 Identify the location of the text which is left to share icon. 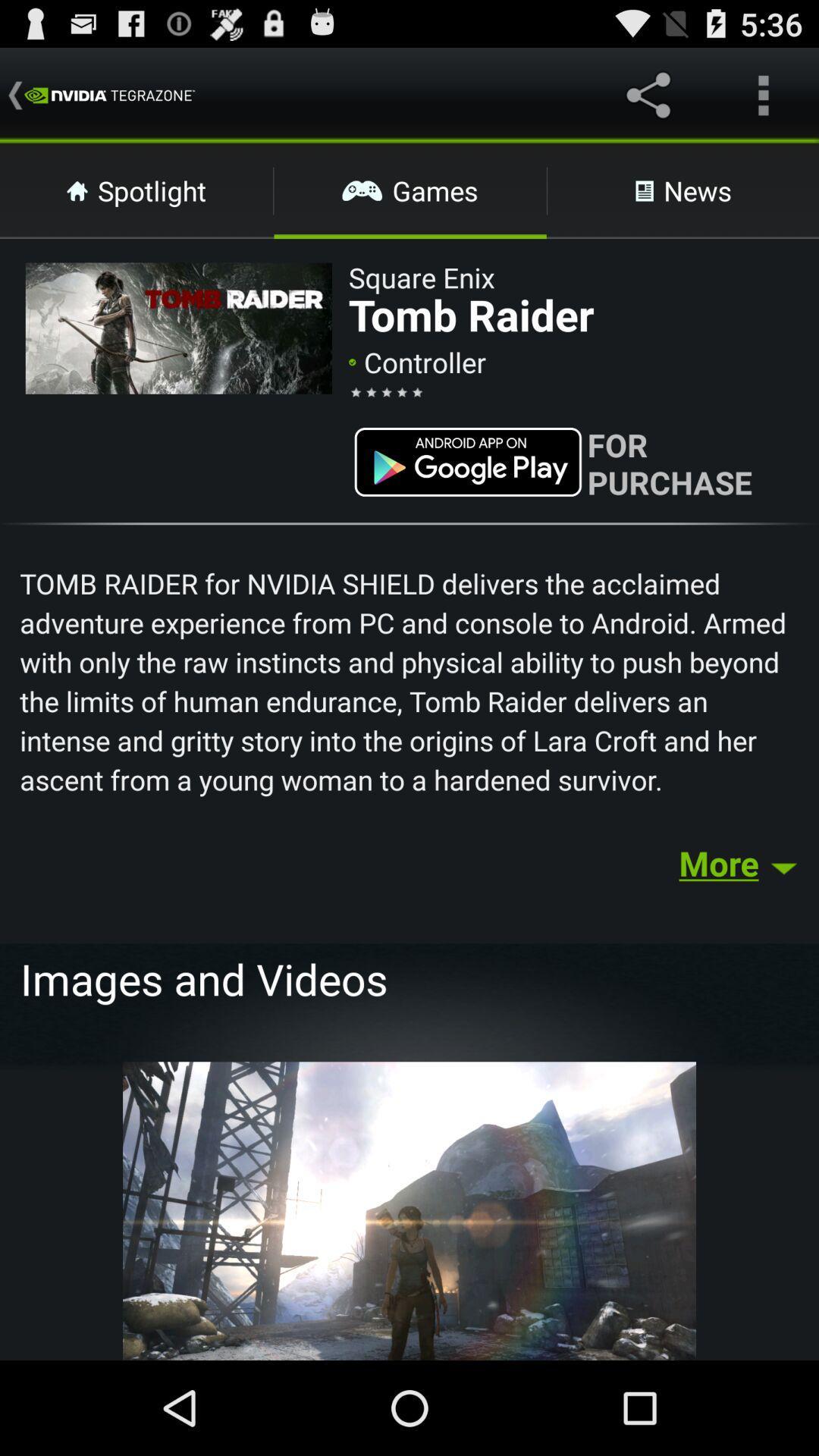
(108, 94).